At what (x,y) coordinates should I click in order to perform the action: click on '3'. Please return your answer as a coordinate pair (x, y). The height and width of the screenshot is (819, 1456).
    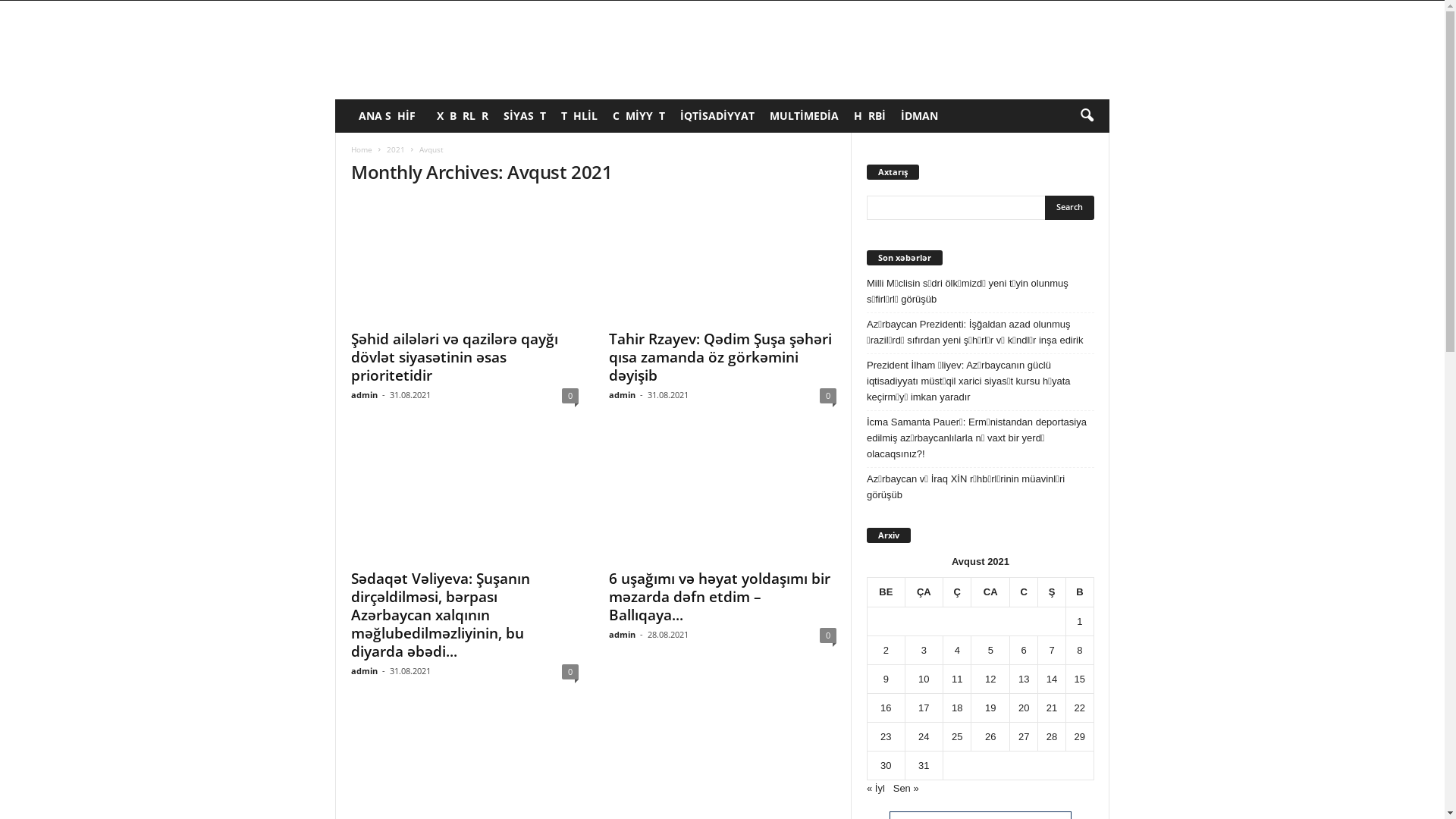
    Looking at the image, I should click on (923, 649).